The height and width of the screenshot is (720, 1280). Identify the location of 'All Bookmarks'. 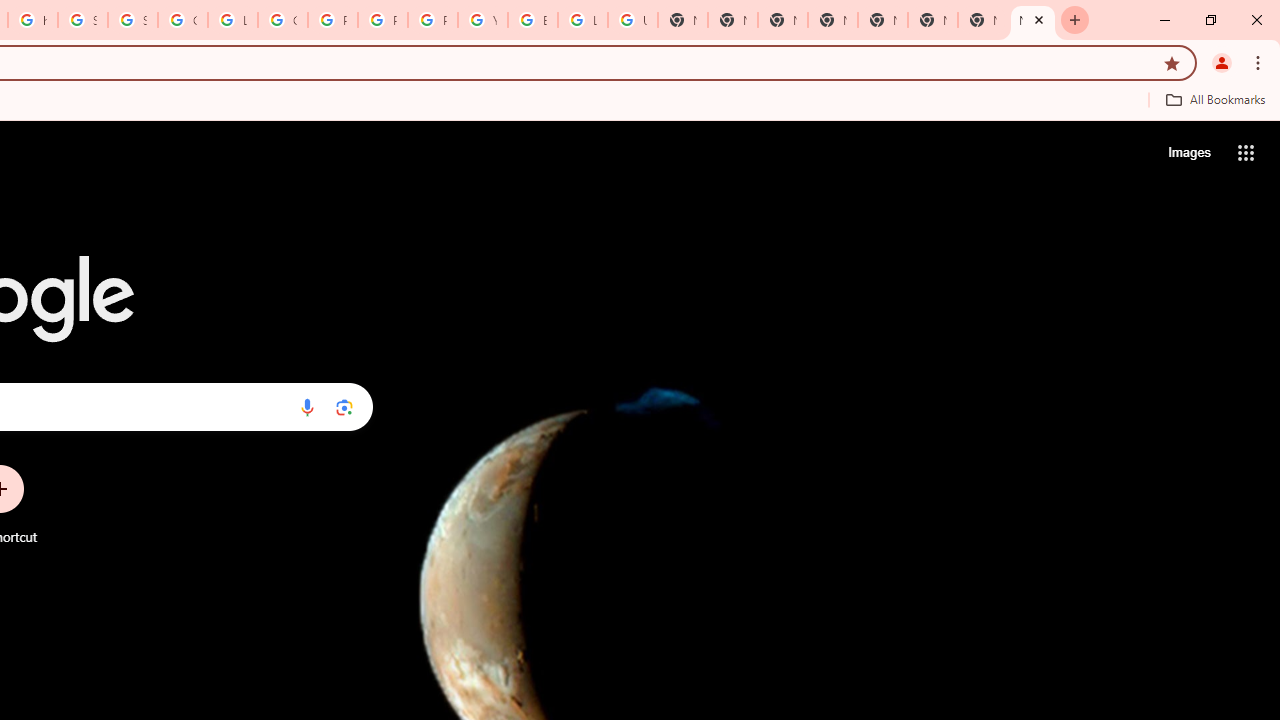
(1214, 99).